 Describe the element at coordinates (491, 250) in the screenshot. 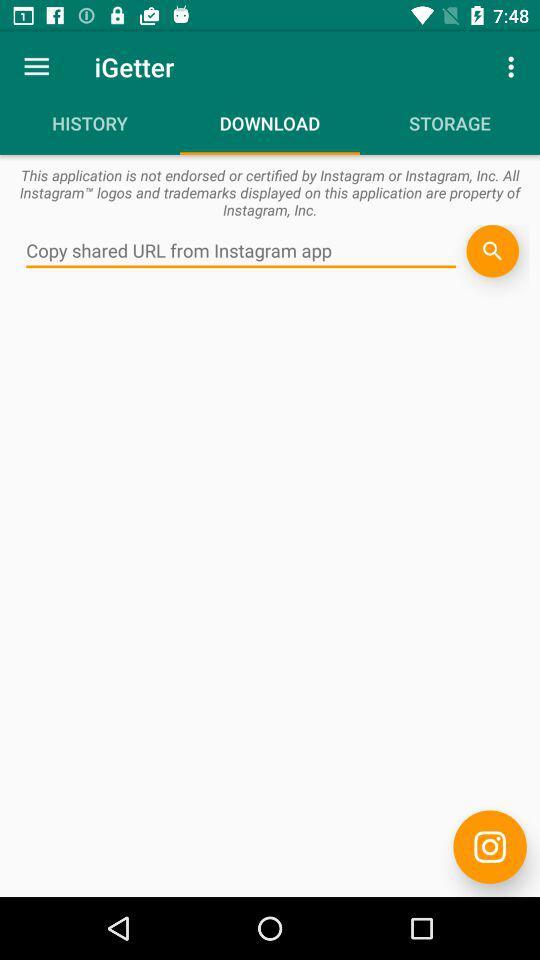

I see `share the article` at that location.